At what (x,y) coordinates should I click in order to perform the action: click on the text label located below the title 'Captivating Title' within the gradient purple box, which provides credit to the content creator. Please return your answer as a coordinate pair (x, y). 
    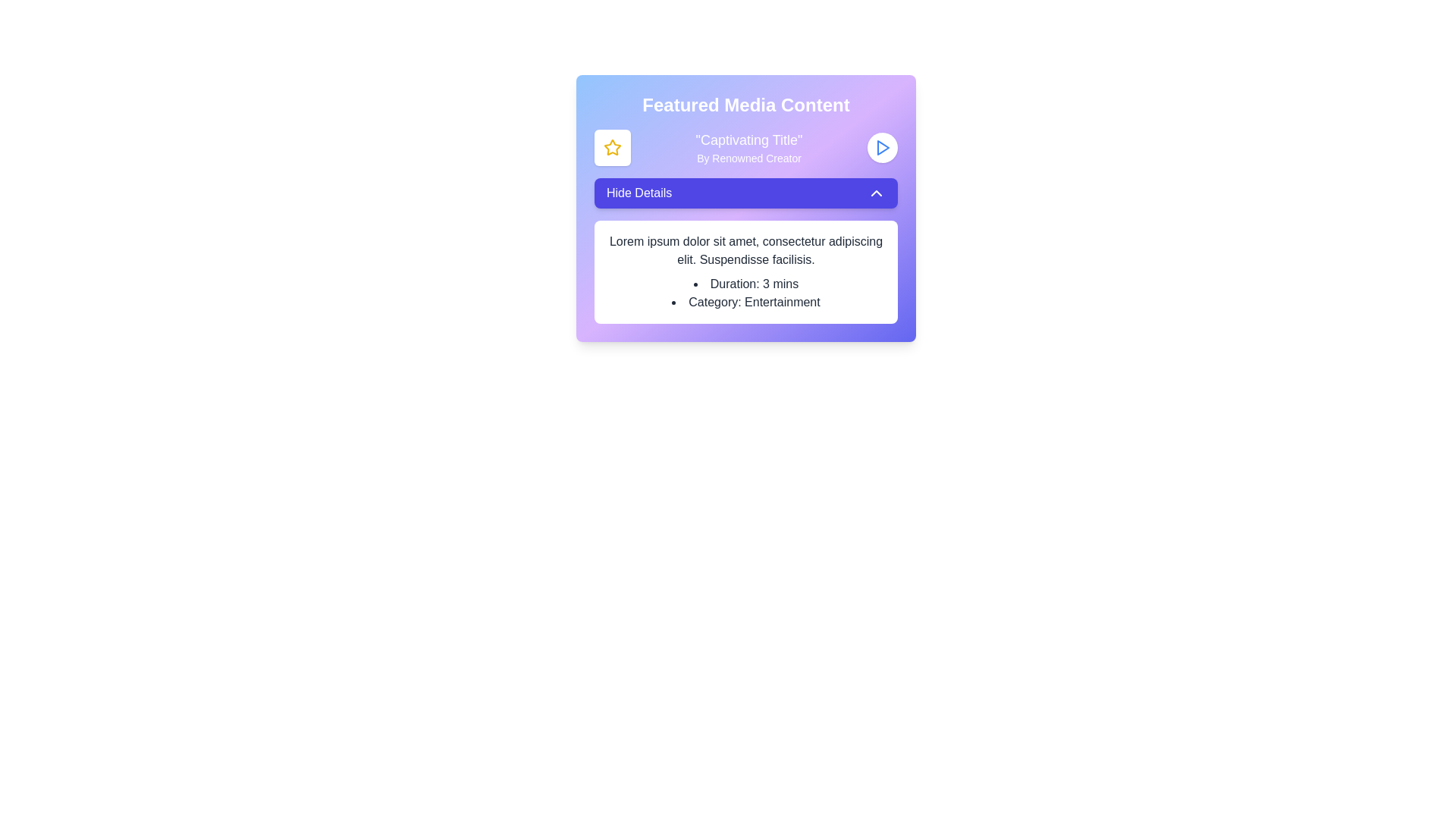
    Looking at the image, I should click on (749, 158).